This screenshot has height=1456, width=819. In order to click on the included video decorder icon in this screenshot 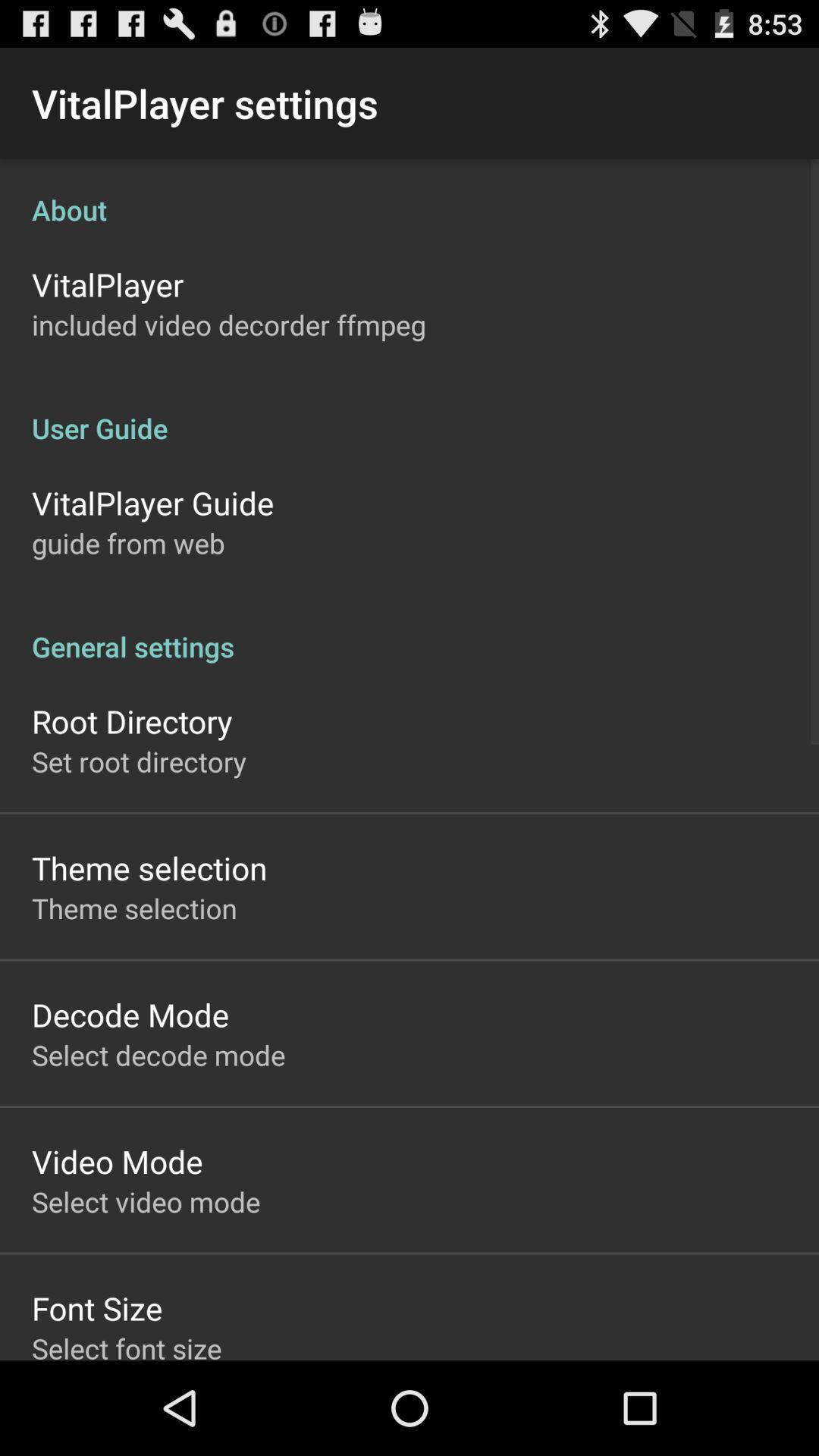, I will do `click(228, 324)`.